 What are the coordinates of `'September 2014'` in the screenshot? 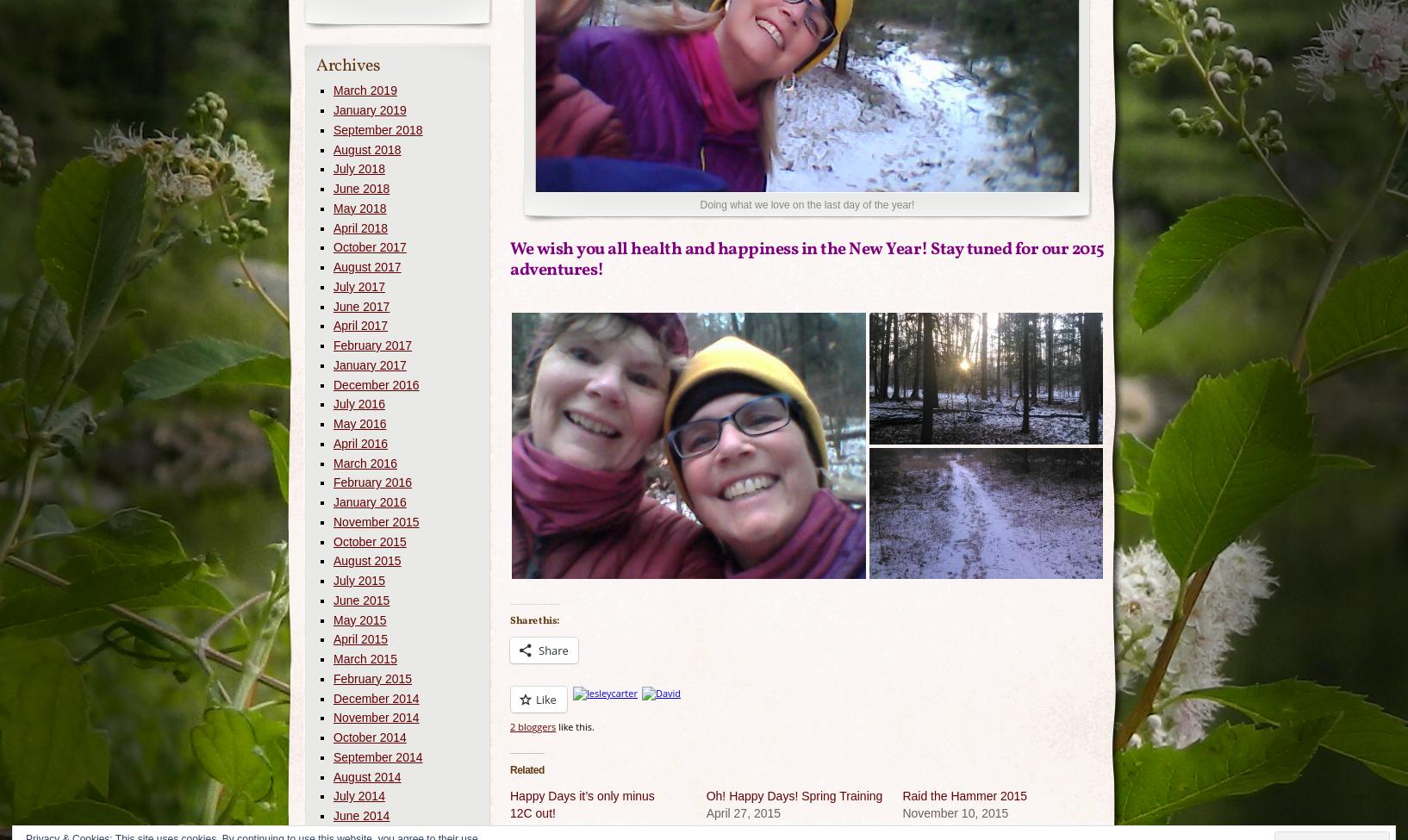 It's located at (377, 756).